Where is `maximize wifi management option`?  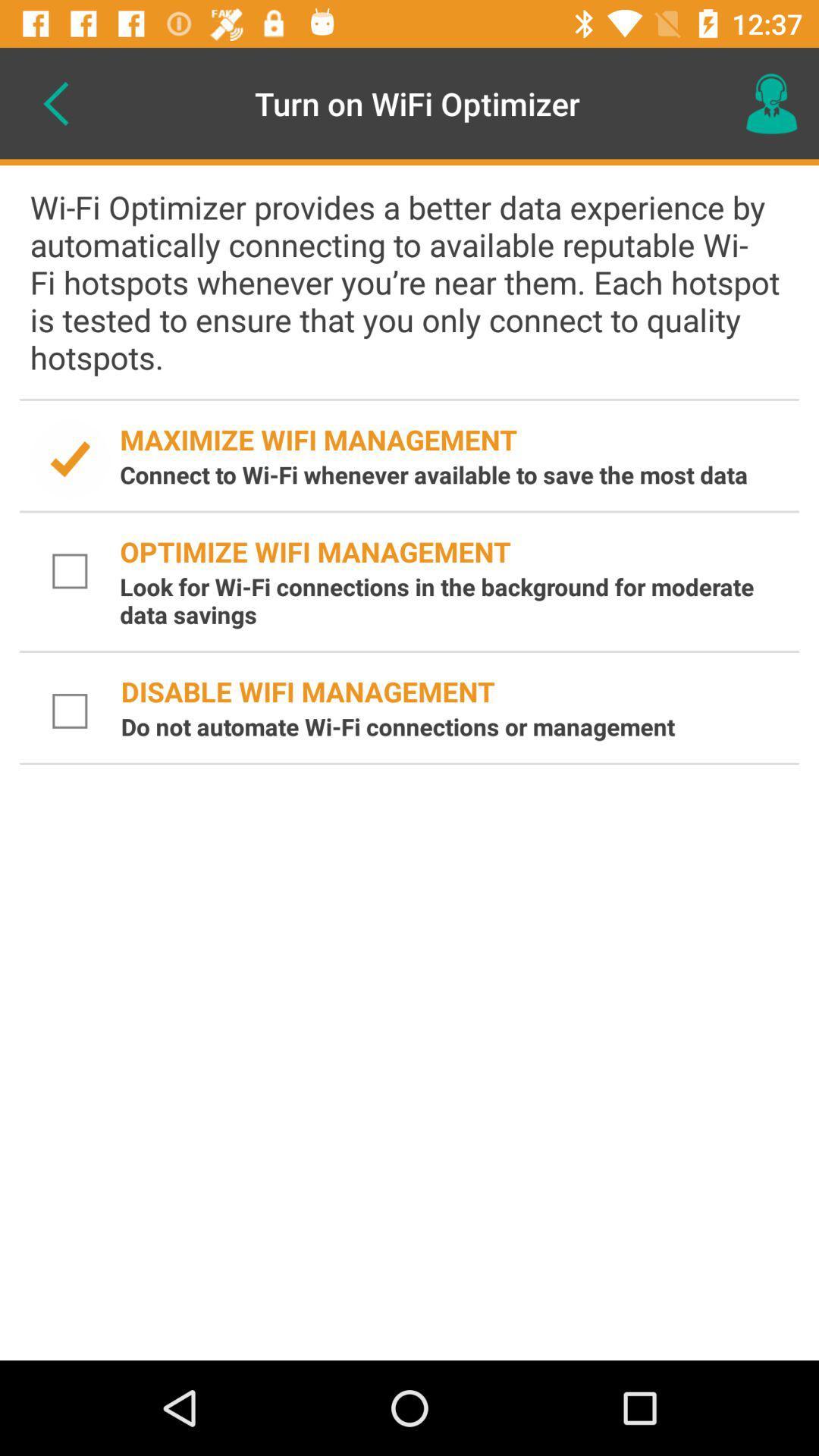 maximize wifi management option is located at coordinates (70, 458).